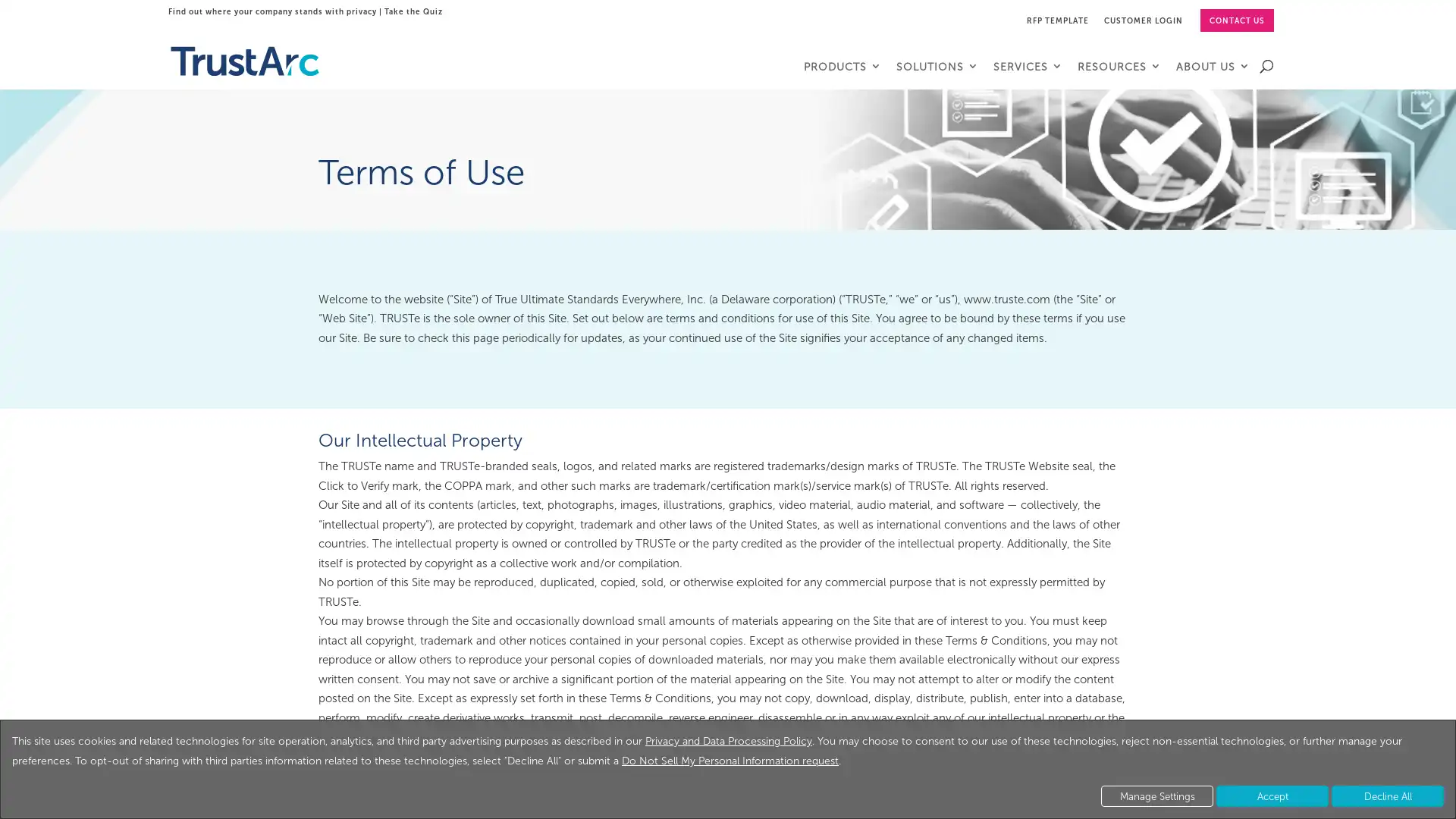 Image resolution: width=1456 pixels, height=819 pixels. Describe the element at coordinates (1272, 795) in the screenshot. I see `Accept` at that location.